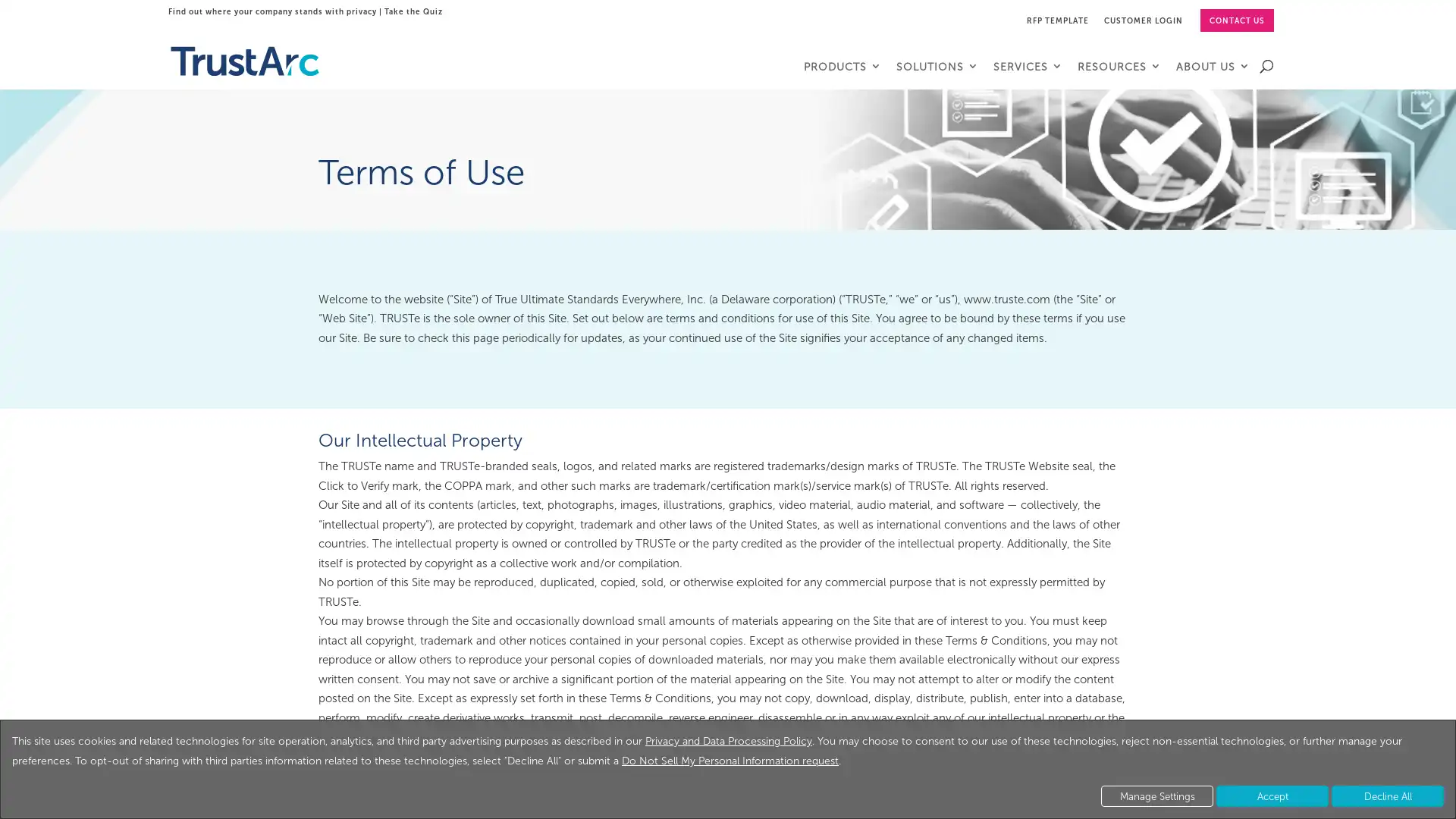 Image resolution: width=1456 pixels, height=819 pixels. Describe the element at coordinates (1272, 795) in the screenshot. I see `Accept` at that location.